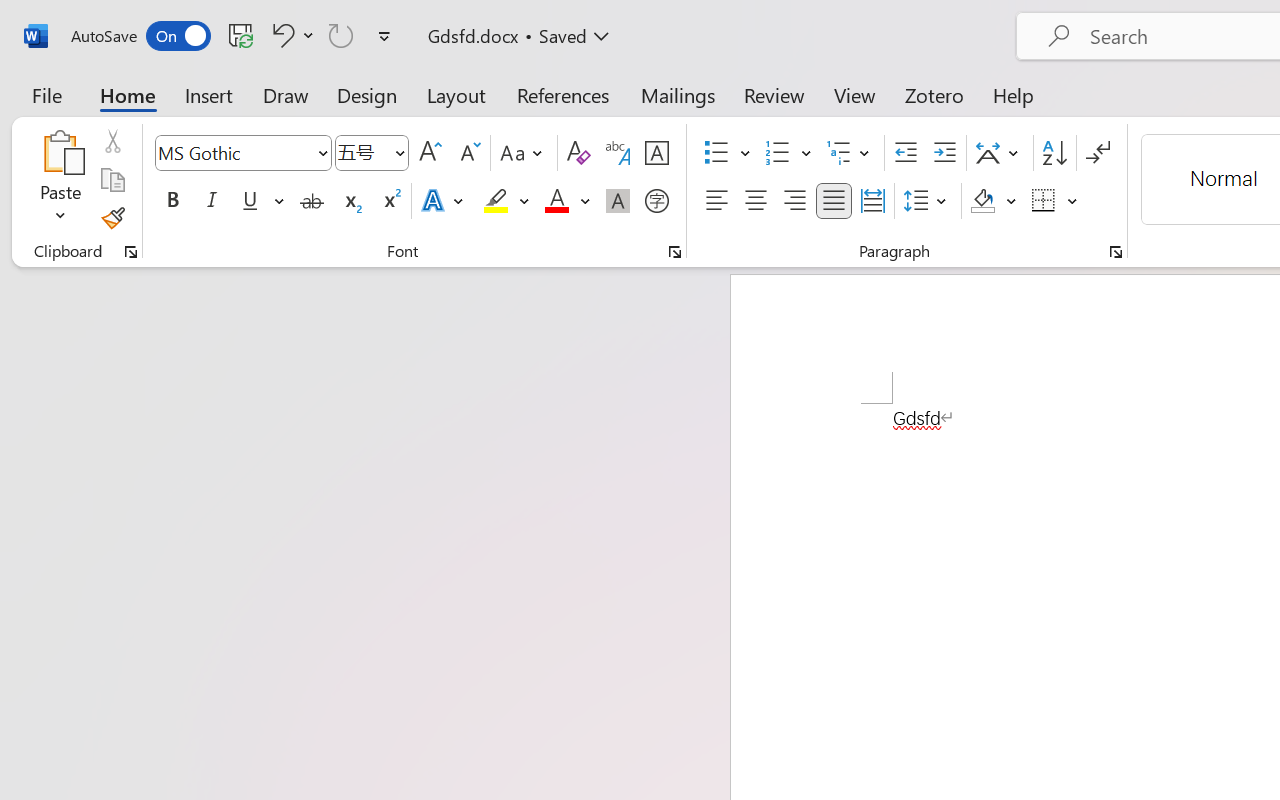 The width and height of the screenshot is (1280, 800). I want to click on 'Asian Layout', so click(1000, 153).